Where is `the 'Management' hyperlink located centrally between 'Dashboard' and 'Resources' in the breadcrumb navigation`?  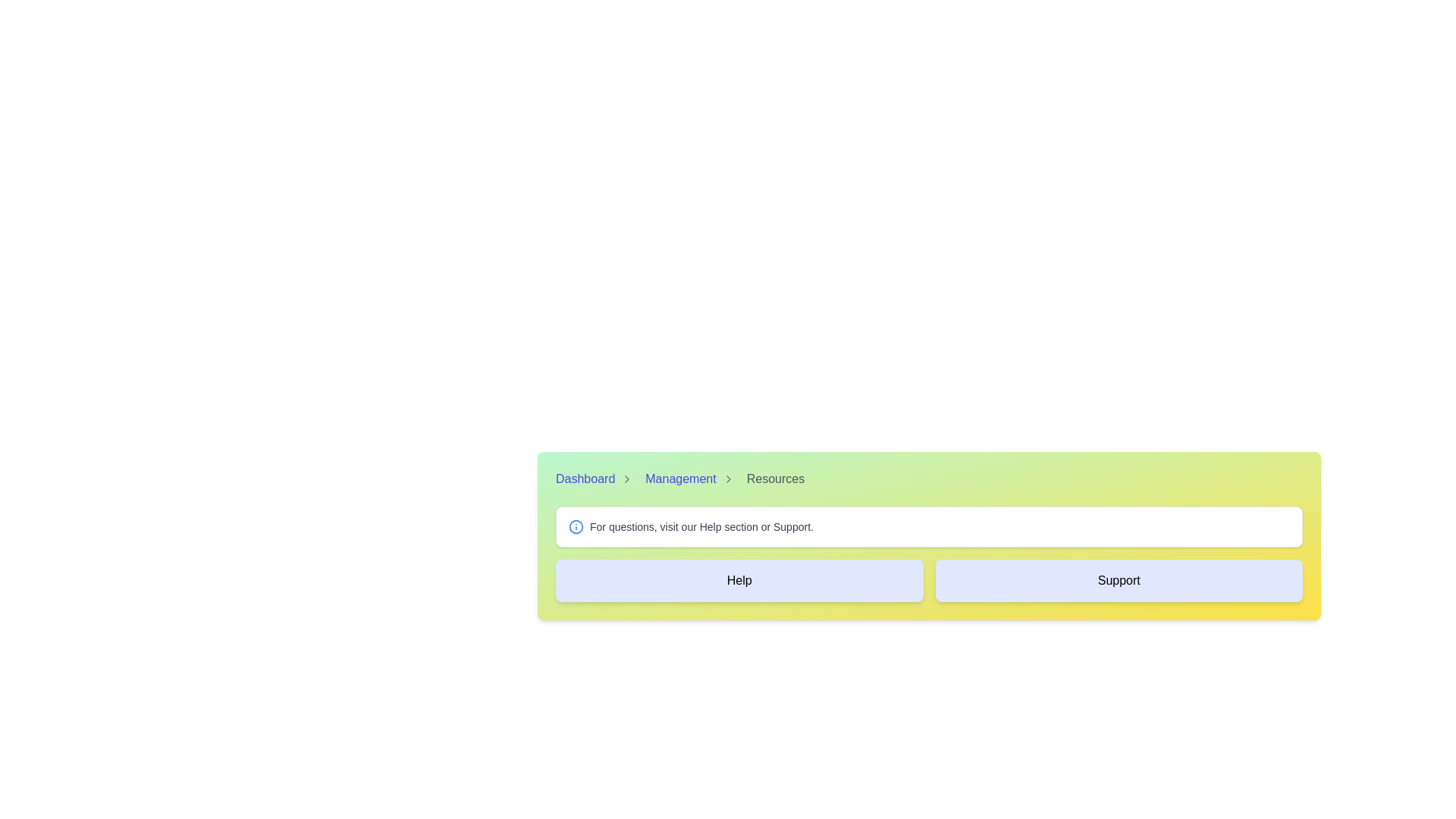
the 'Management' hyperlink located centrally between 'Dashboard' and 'Resources' in the breadcrumb navigation is located at coordinates (691, 479).